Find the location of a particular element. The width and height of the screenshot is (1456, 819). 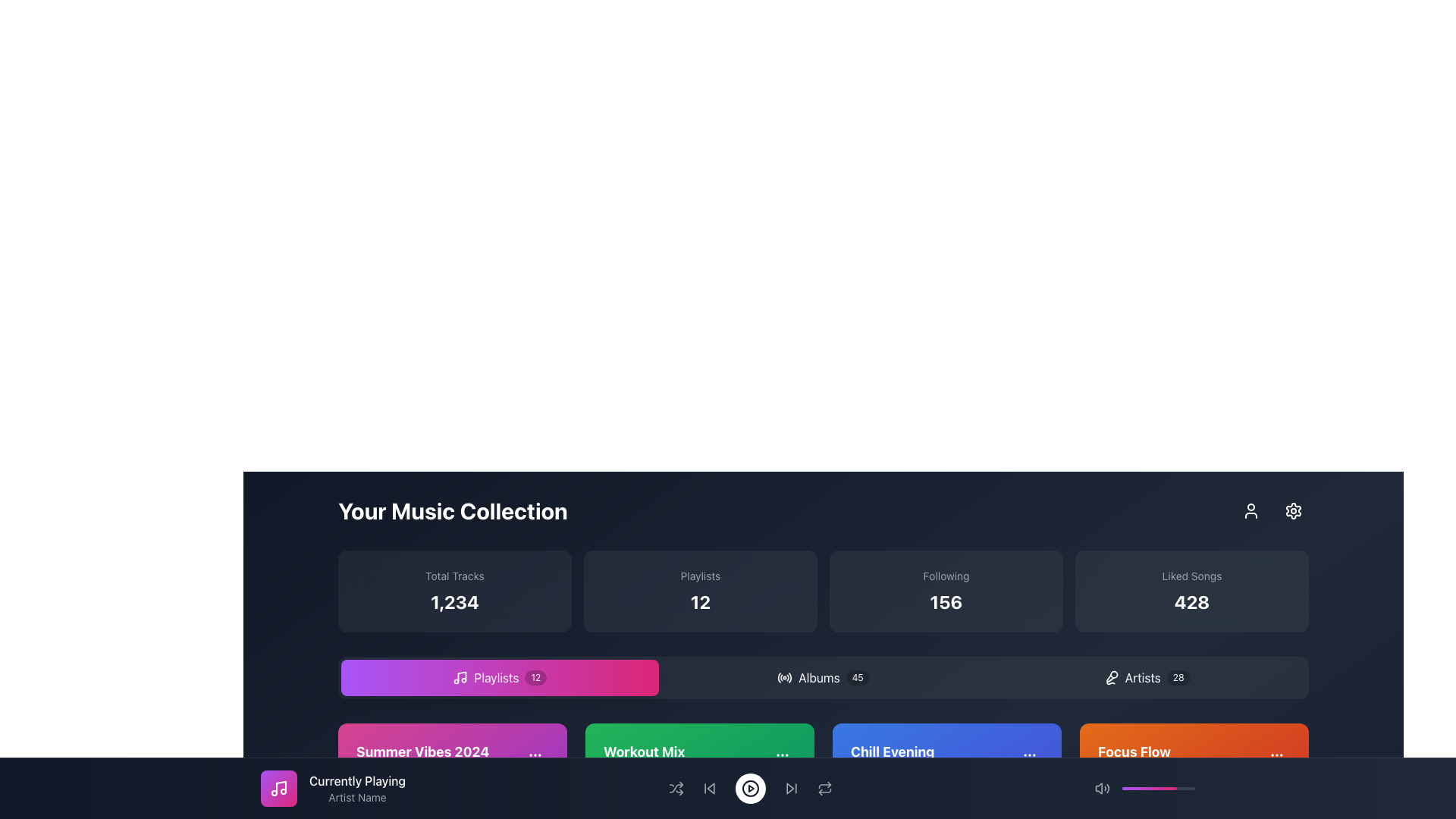

the Label with Text that reads 'Workout Mix' in bold font on a green background, located in the middle column of the playlist area, between 'Summer Vibes 2024' and 'Chill Evening' is located at coordinates (644, 761).